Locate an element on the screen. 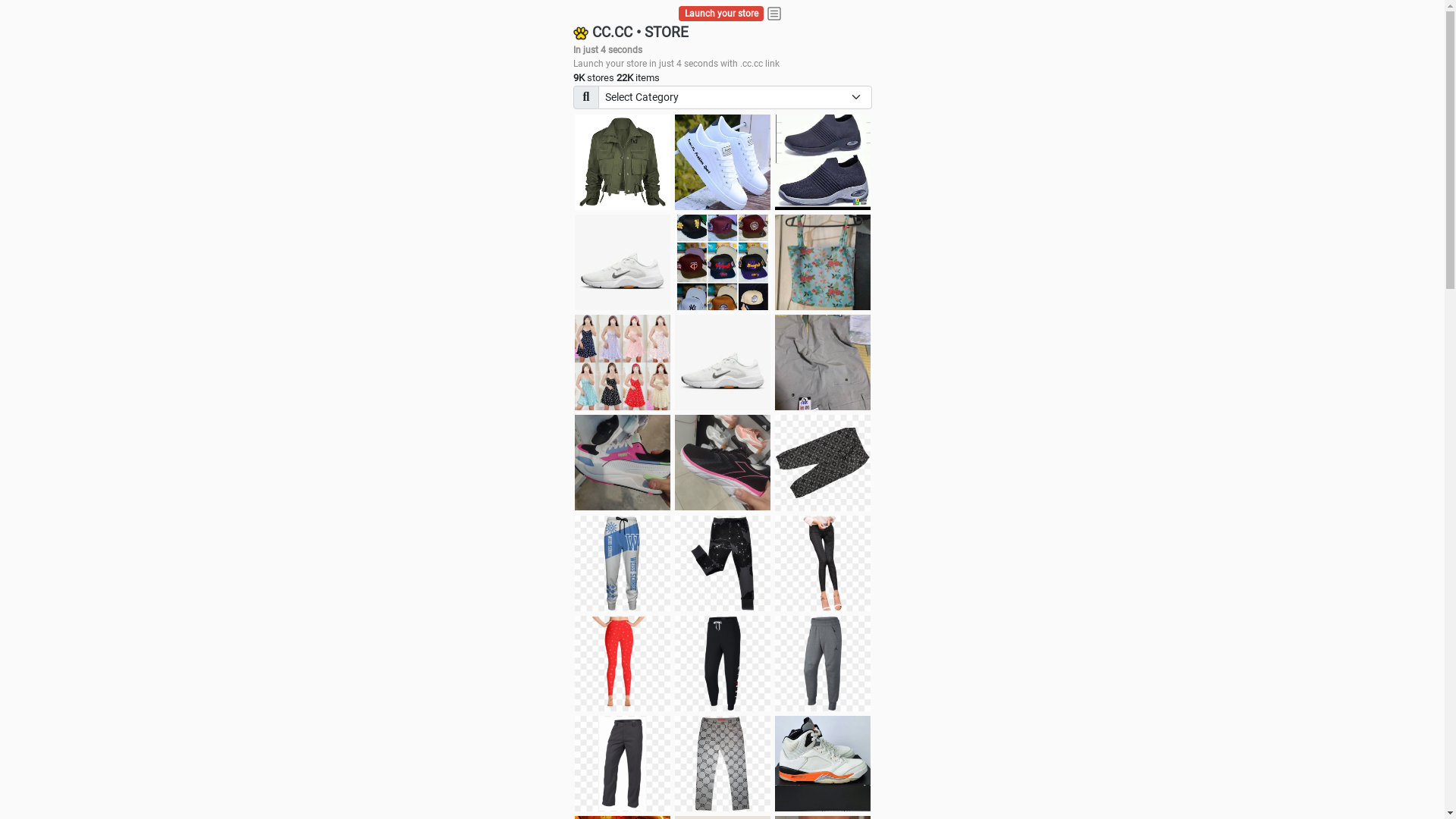  'Pant' is located at coordinates (821, 663).